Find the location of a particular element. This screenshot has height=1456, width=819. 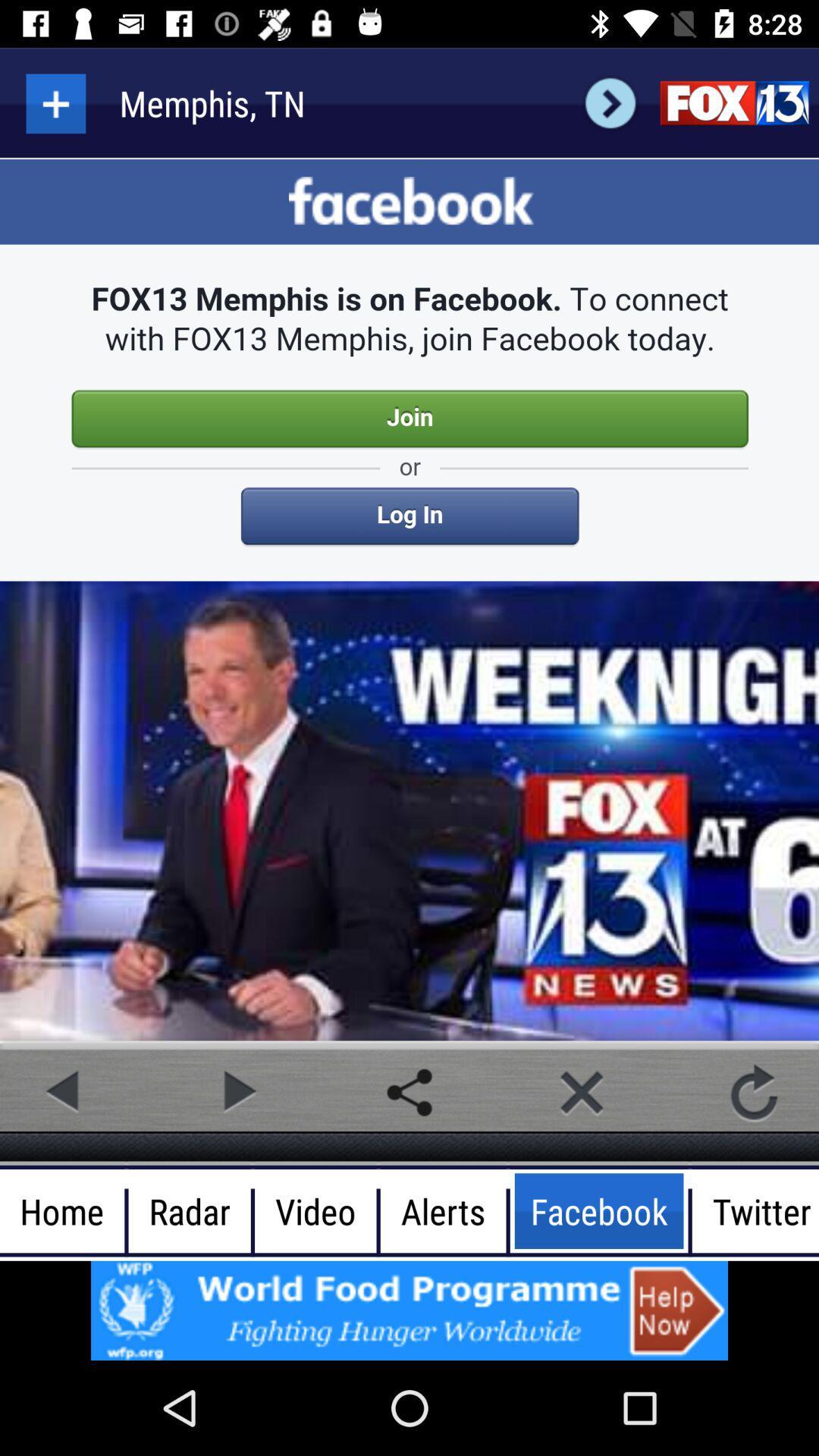

undo option is located at coordinates (754, 1092).